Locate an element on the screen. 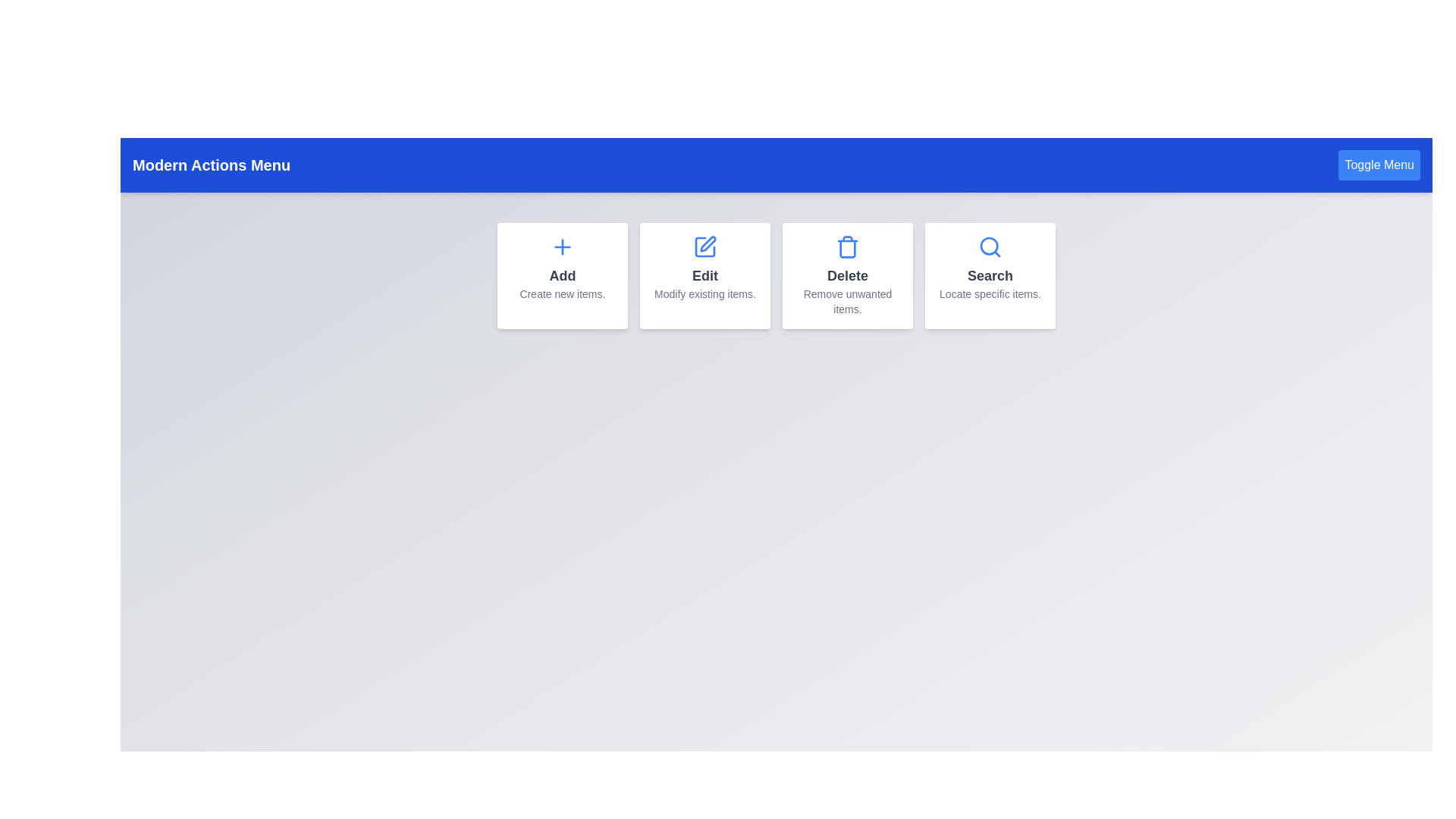 The image size is (1456, 819). the 'Delete' button to remove unwanted items is located at coordinates (847, 275).